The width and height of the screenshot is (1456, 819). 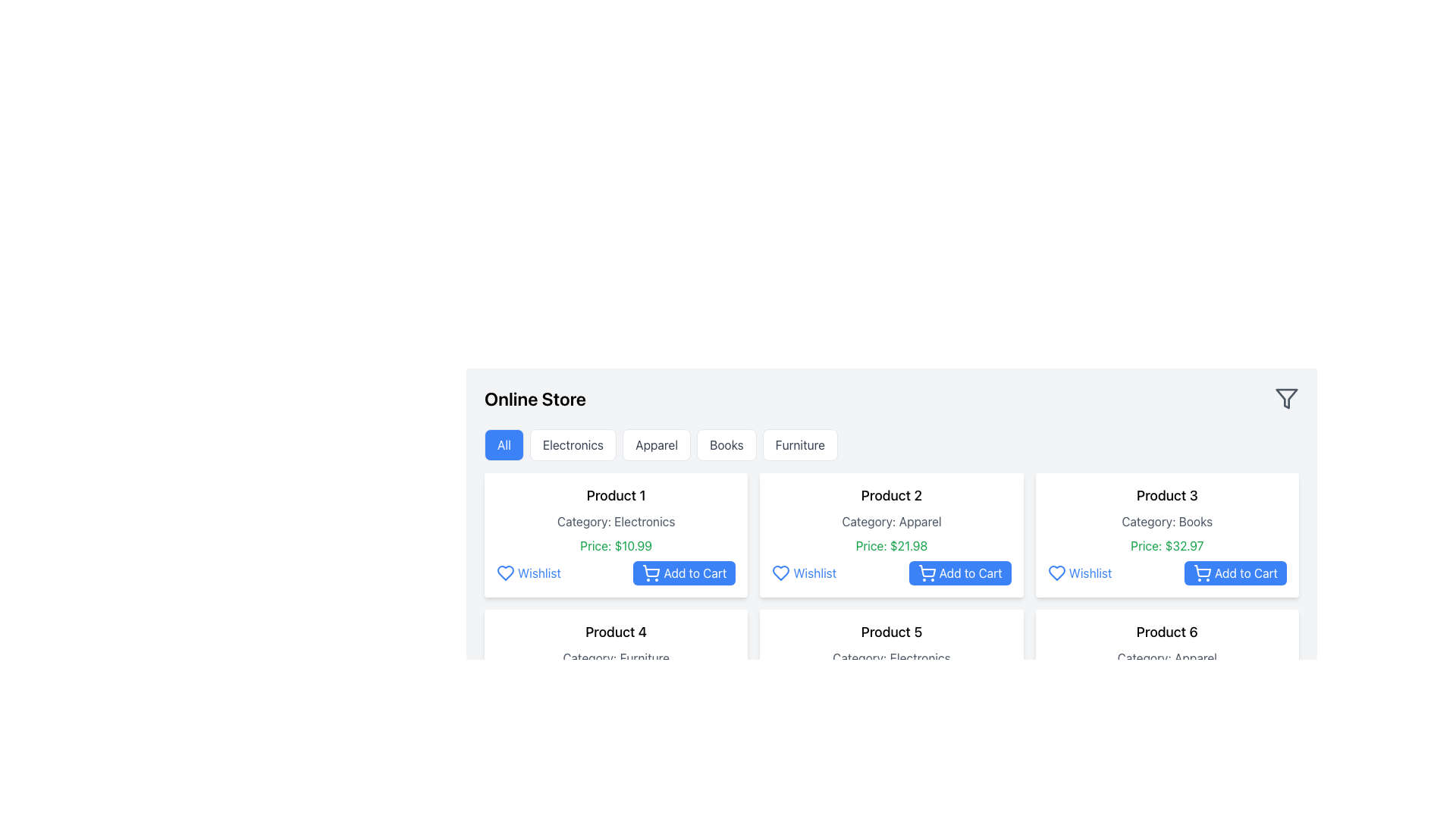 I want to click on the text label 'Product 3', which is a prominent heading in a product card styled with a white background and rounded corners, located in the third column of a grid layout, so click(x=1166, y=496).